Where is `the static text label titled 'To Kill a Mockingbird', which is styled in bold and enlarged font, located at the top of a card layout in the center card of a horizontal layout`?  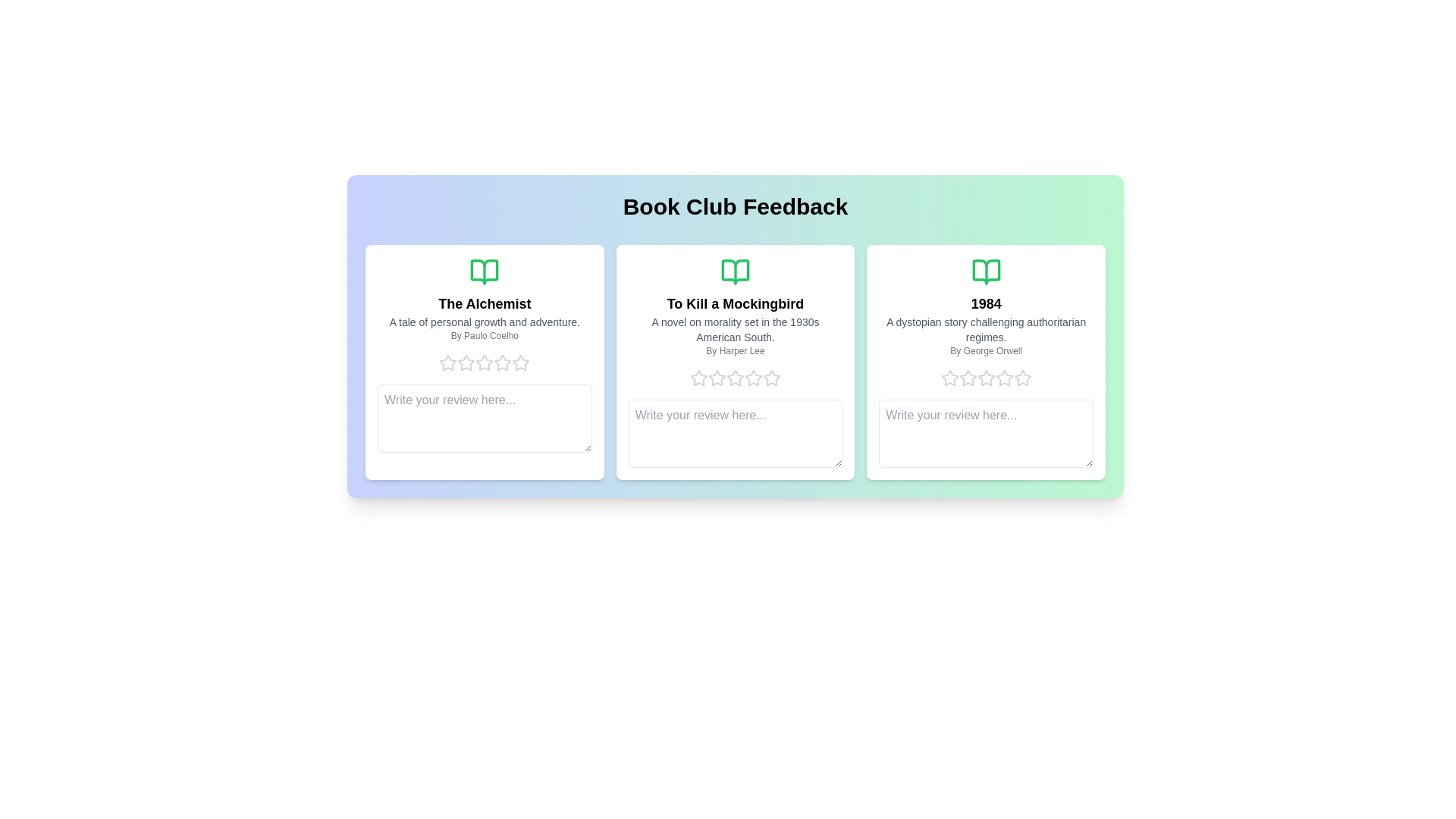 the static text label titled 'To Kill a Mockingbird', which is styled in bold and enlarged font, located at the top of a card layout in the center card of a horizontal layout is located at coordinates (735, 304).